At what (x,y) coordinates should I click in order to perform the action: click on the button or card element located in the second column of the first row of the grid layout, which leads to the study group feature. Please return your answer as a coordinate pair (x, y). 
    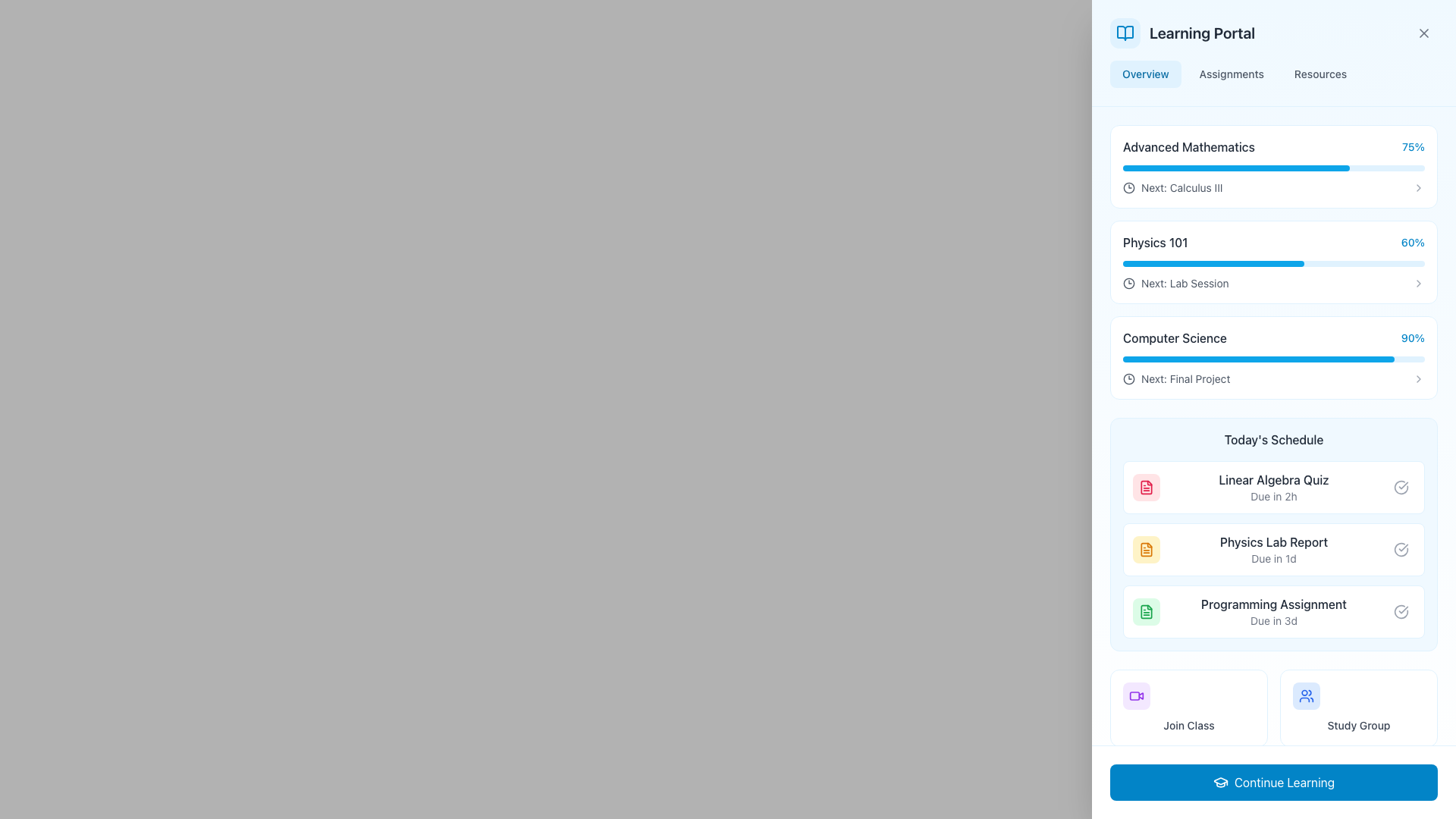
    Looking at the image, I should click on (1358, 708).